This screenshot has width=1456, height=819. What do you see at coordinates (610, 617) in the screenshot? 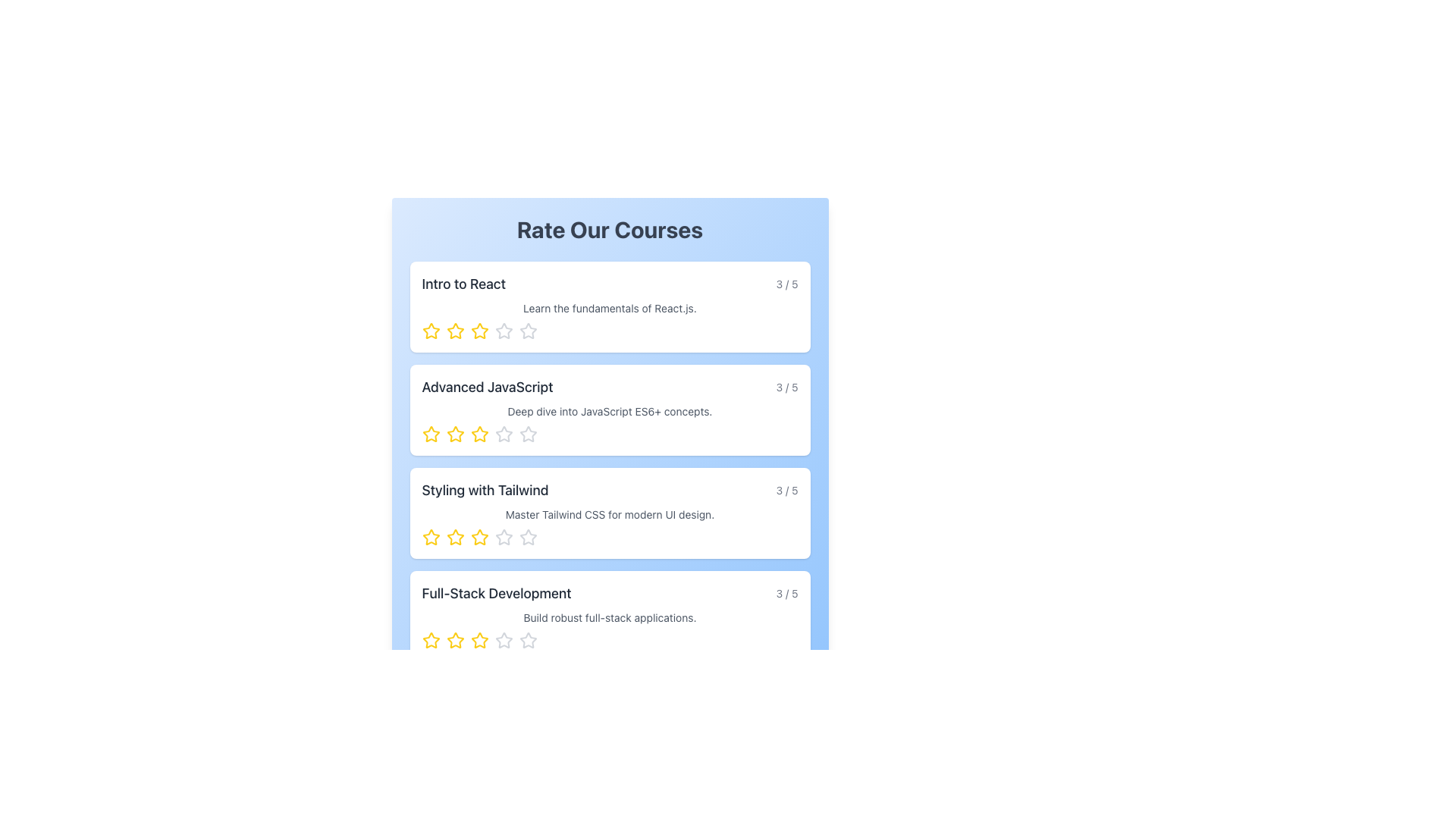
I see `the descriptive caption element explaining the content of the 'Full-Stack Development' section, located beneath the title and rating number` at bounding box center [610, 617].